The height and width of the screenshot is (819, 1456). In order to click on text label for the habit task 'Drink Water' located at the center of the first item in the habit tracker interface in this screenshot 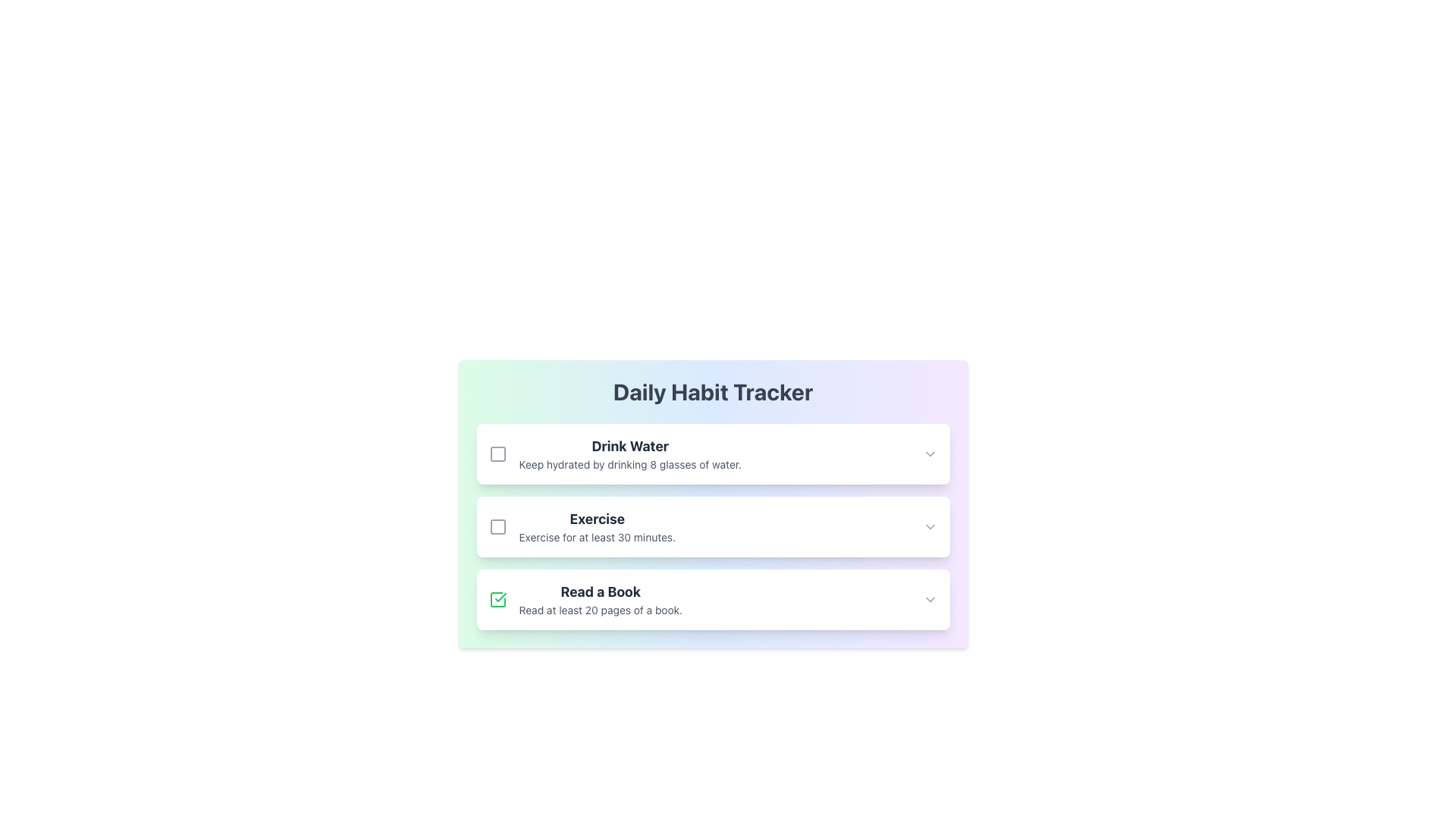, I will do `click(630, 446)`.